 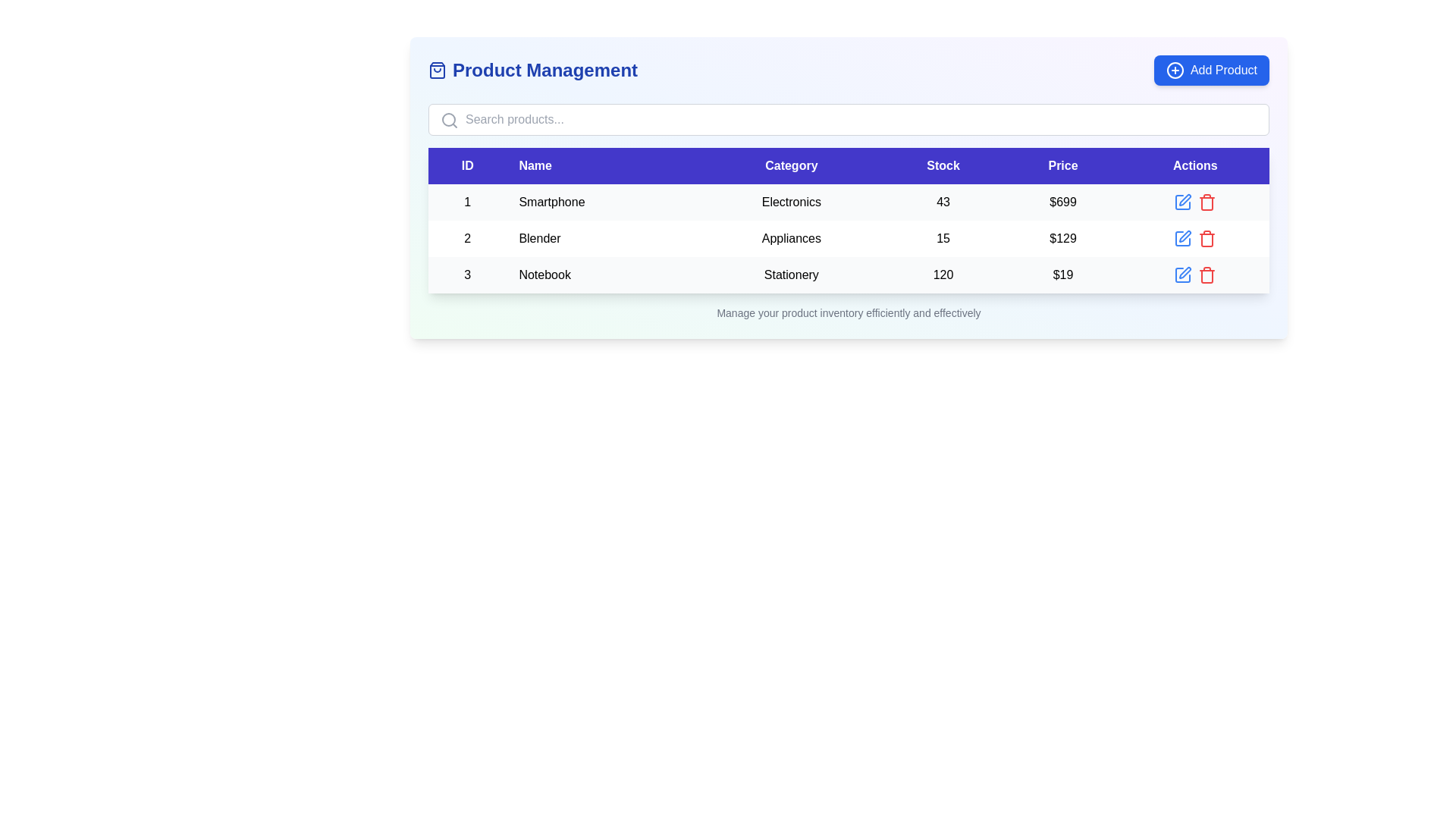 I want to click on the Text Display showing the number '43' in black text, located, so click(x=942, y=201).